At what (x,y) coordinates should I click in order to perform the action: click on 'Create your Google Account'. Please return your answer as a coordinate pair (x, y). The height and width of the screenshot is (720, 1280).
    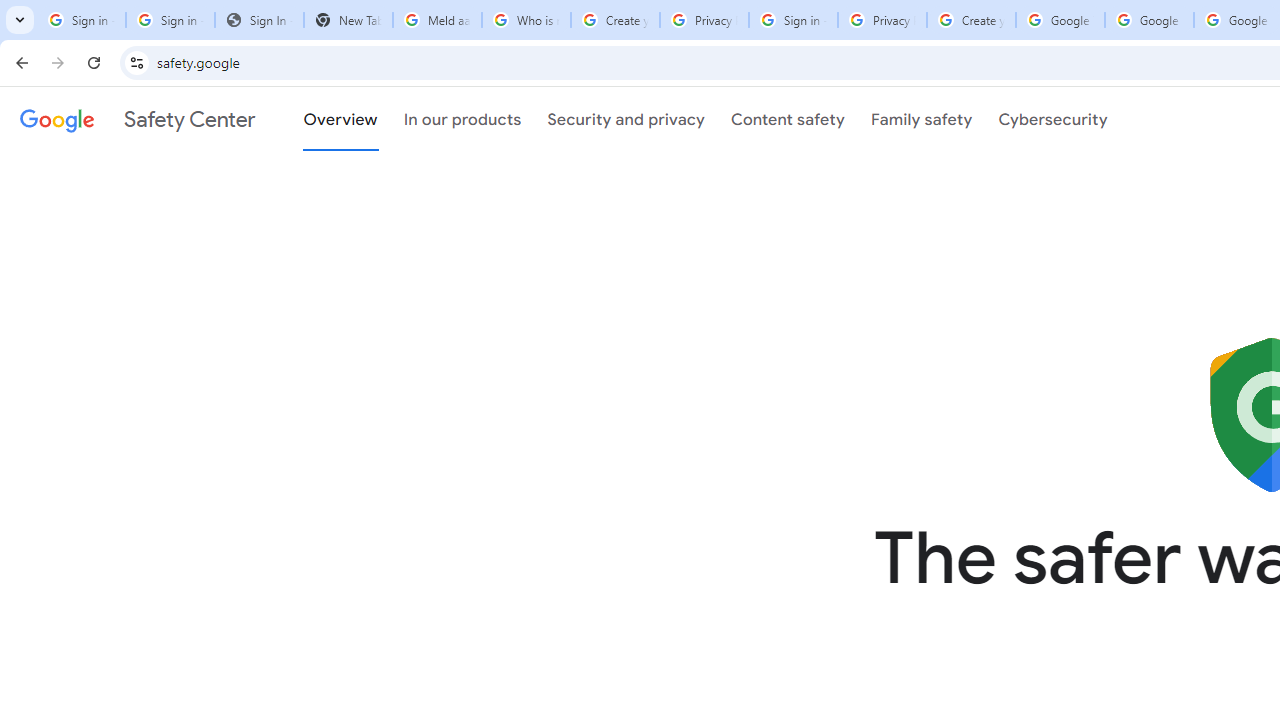
    Looking at the image, I should click on (971, 20).